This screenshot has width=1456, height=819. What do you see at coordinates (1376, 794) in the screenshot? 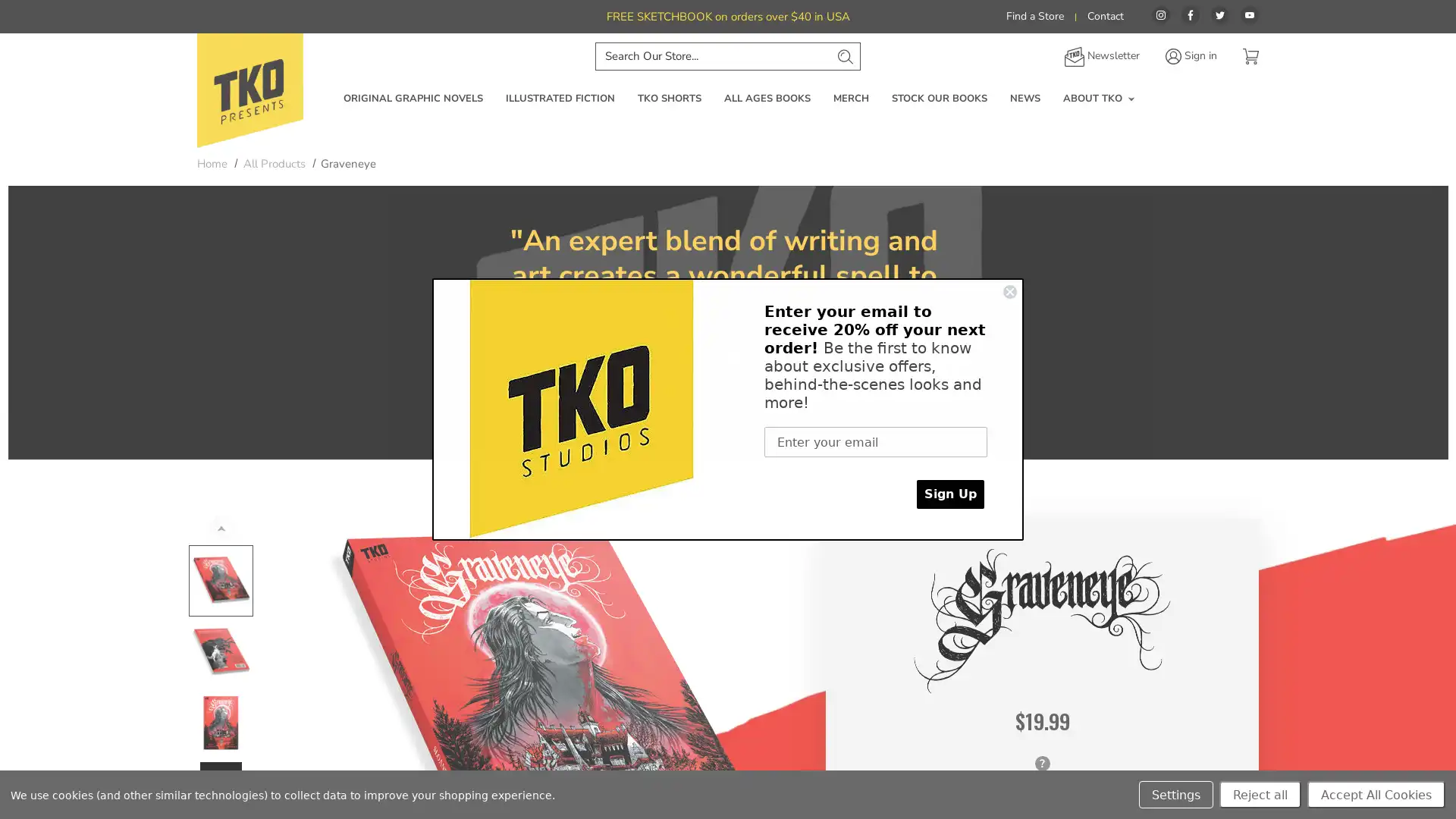
I see `Accept All Cookies` at bounding box center [1376, 794].